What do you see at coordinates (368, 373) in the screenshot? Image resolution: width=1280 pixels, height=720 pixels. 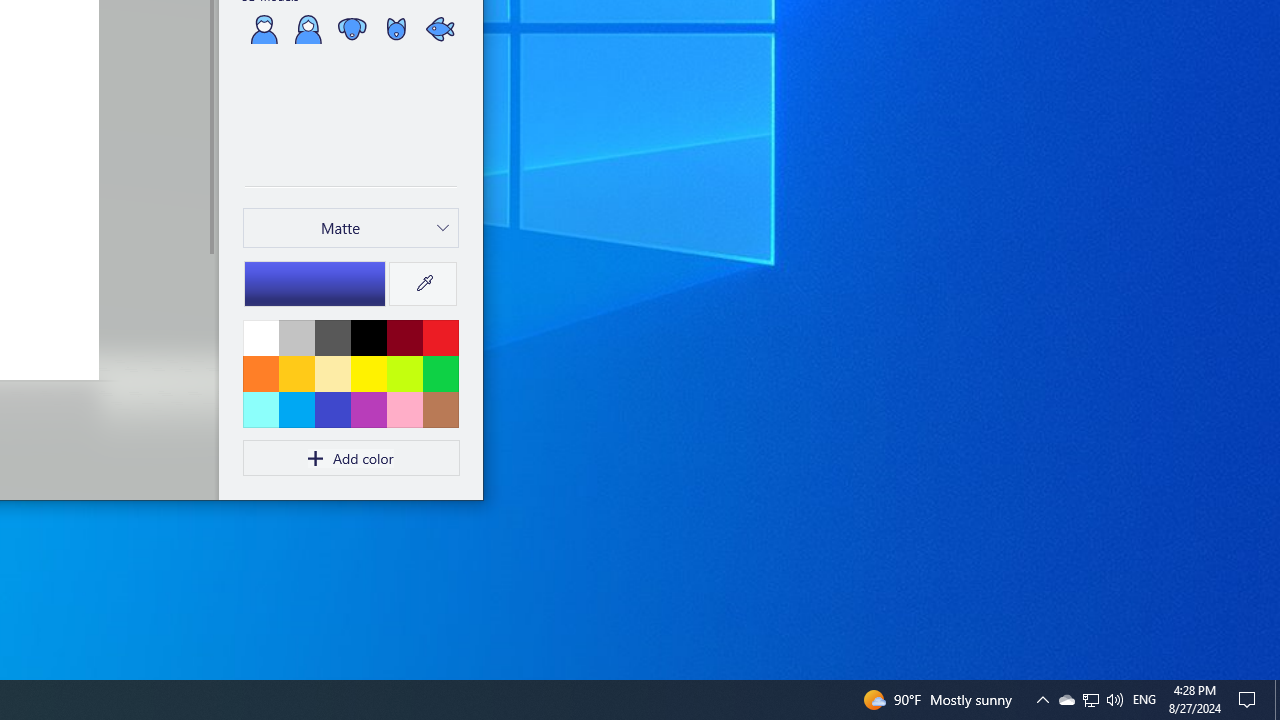 I see `'Yellow'` at bounding box center [368, 373].